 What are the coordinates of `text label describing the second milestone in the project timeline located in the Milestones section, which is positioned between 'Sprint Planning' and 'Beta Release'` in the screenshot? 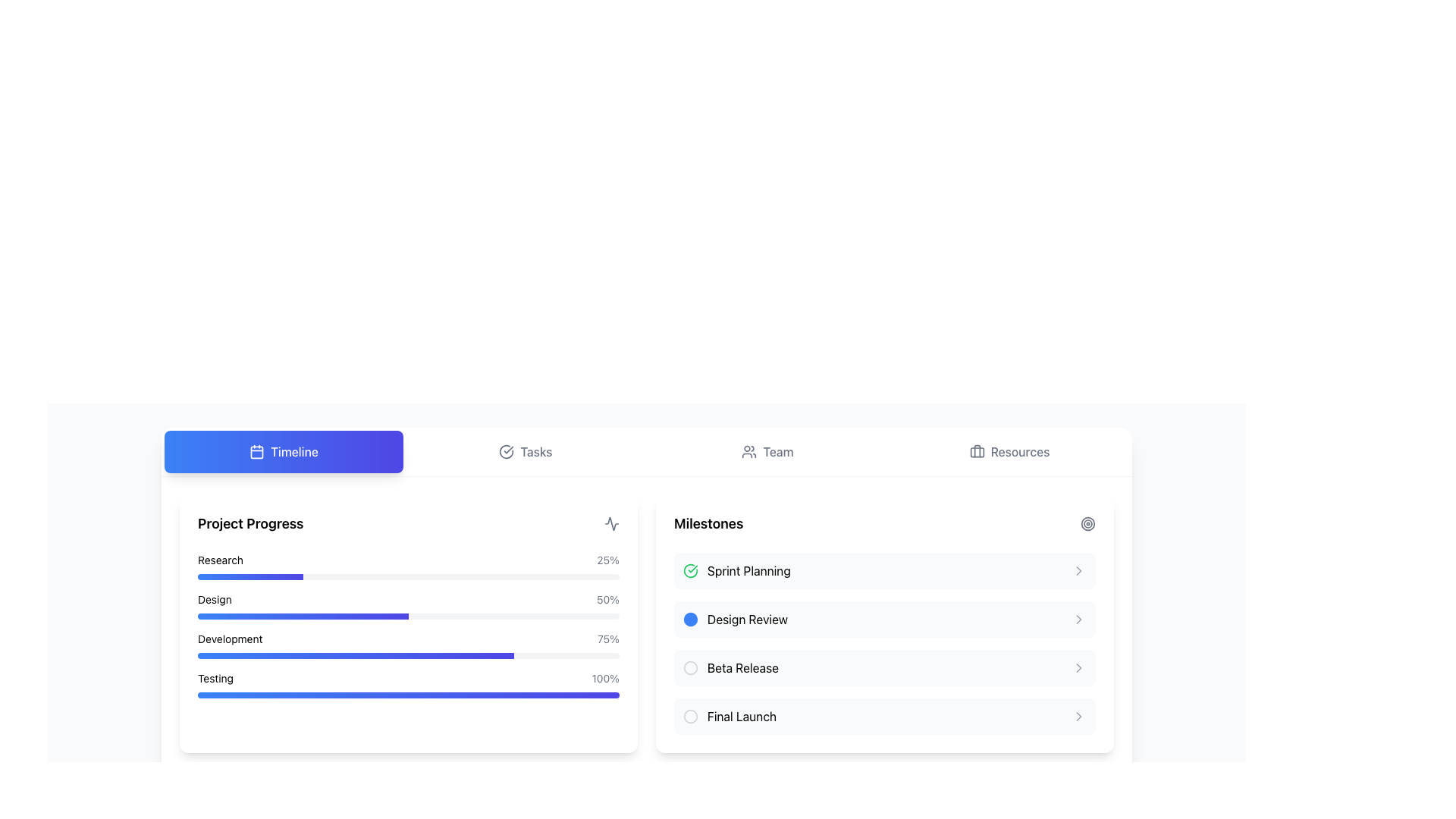 It's located at (747, 620).